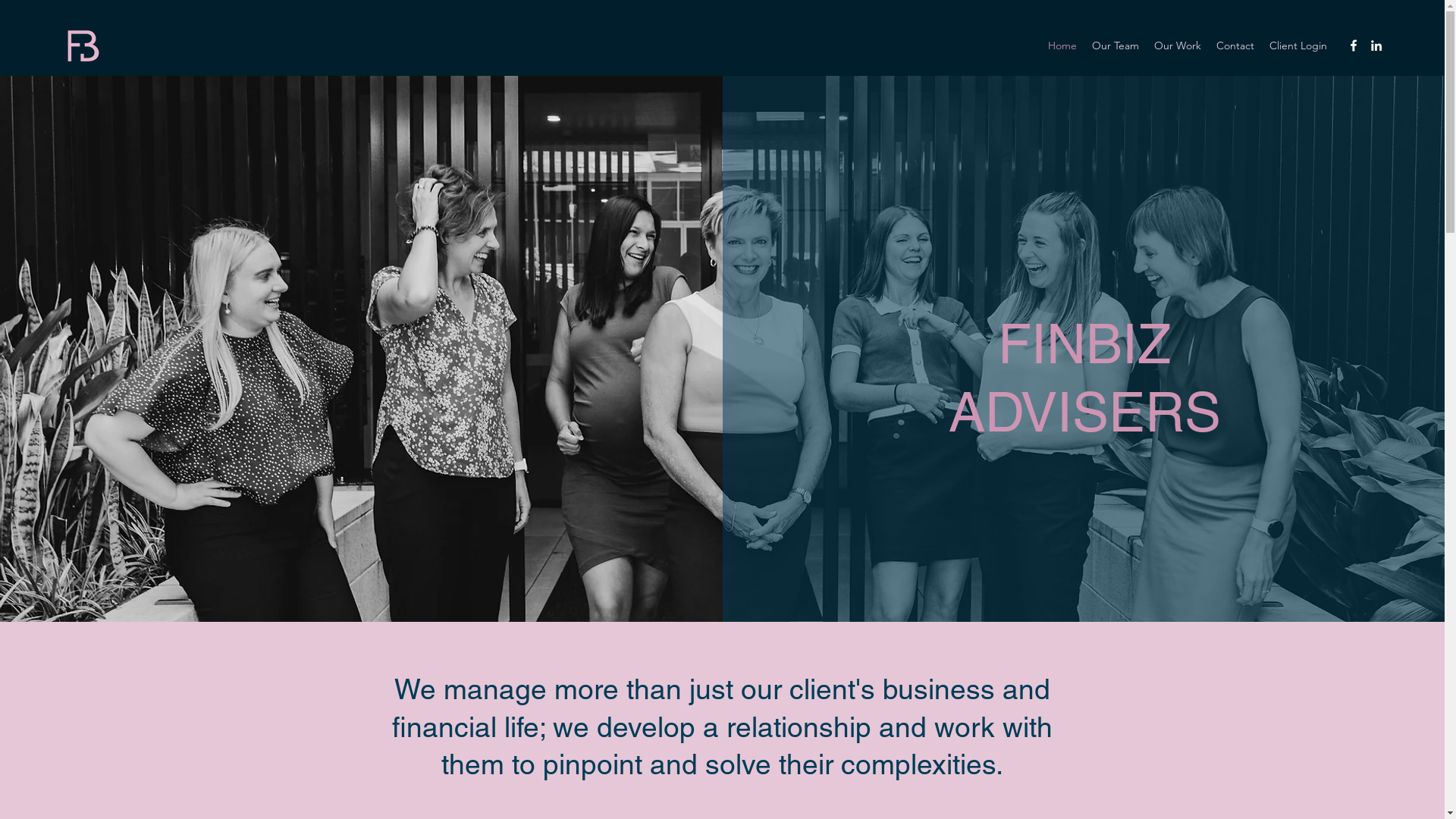 Image resolution: width=1456 pixels, height=819 pixels. What do you see at coordinates (1115, 45) in the screenshot?
I see `'Our Team'` at bounding box center [1115, 45].